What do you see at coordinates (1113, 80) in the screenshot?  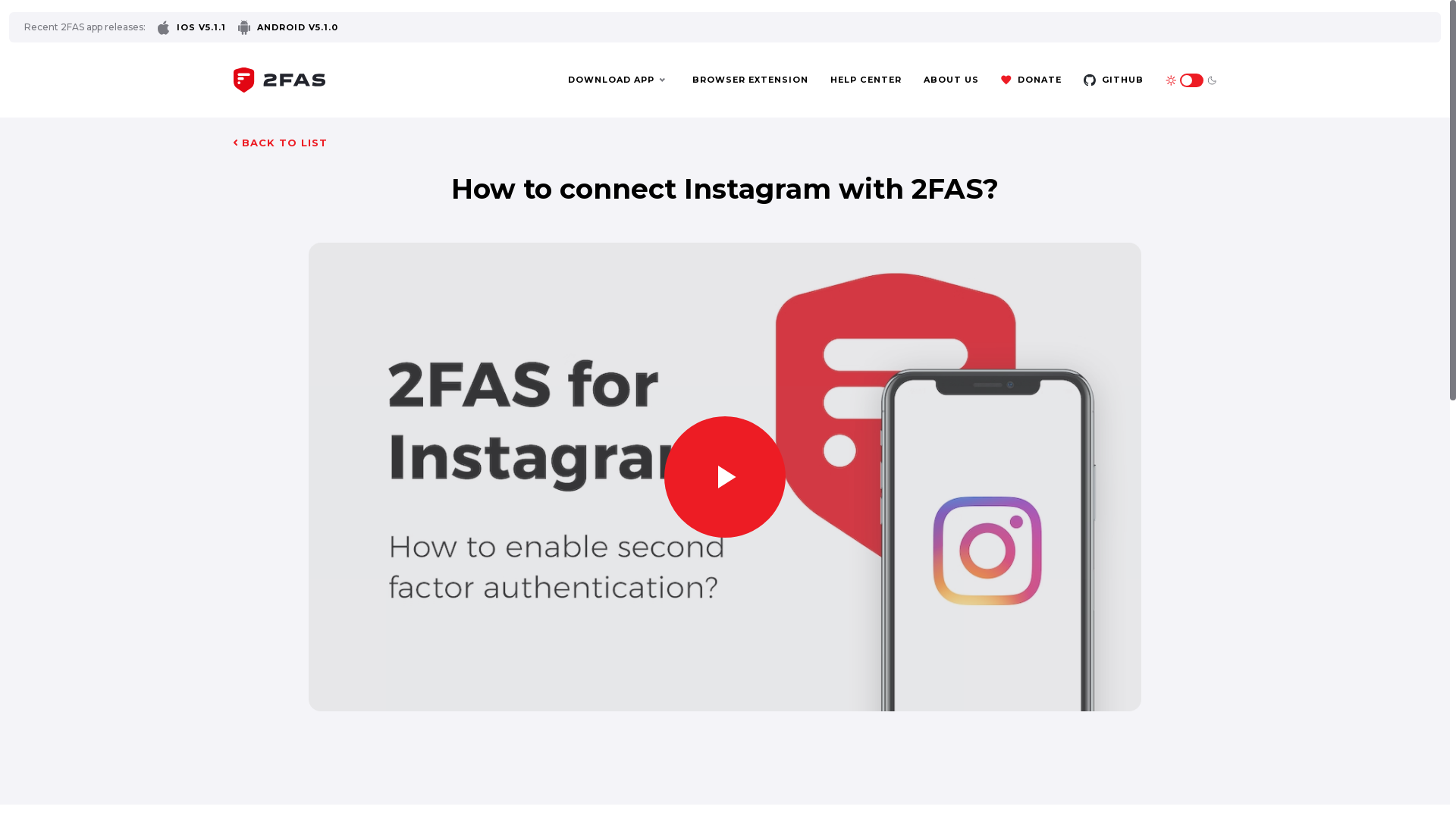 I see `'GITHUB'` at bounding box center [1113, 80].